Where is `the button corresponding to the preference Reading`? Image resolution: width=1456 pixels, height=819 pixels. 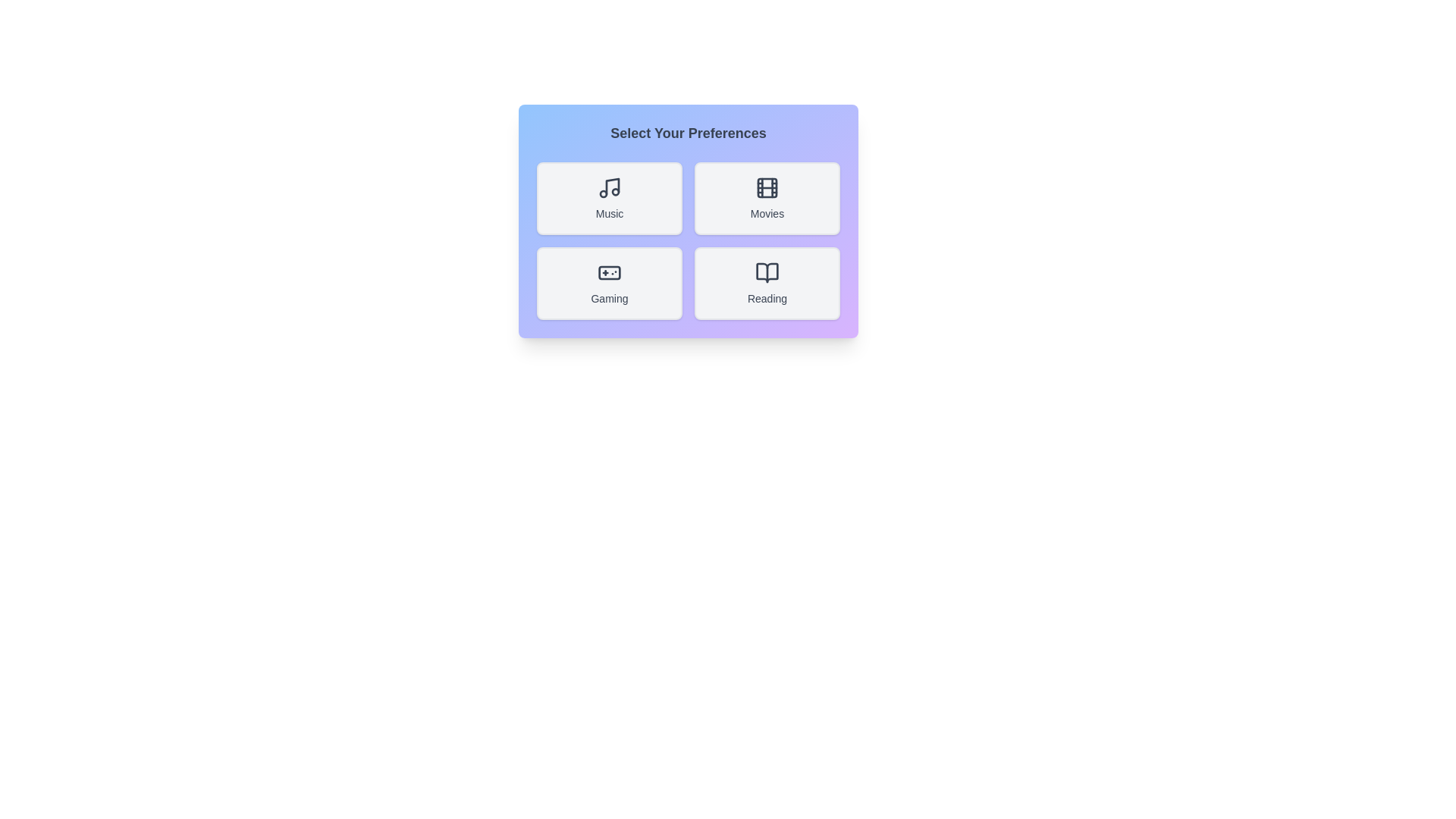
the button corresponding to the preference Reading is located at coordinates (767, 284).